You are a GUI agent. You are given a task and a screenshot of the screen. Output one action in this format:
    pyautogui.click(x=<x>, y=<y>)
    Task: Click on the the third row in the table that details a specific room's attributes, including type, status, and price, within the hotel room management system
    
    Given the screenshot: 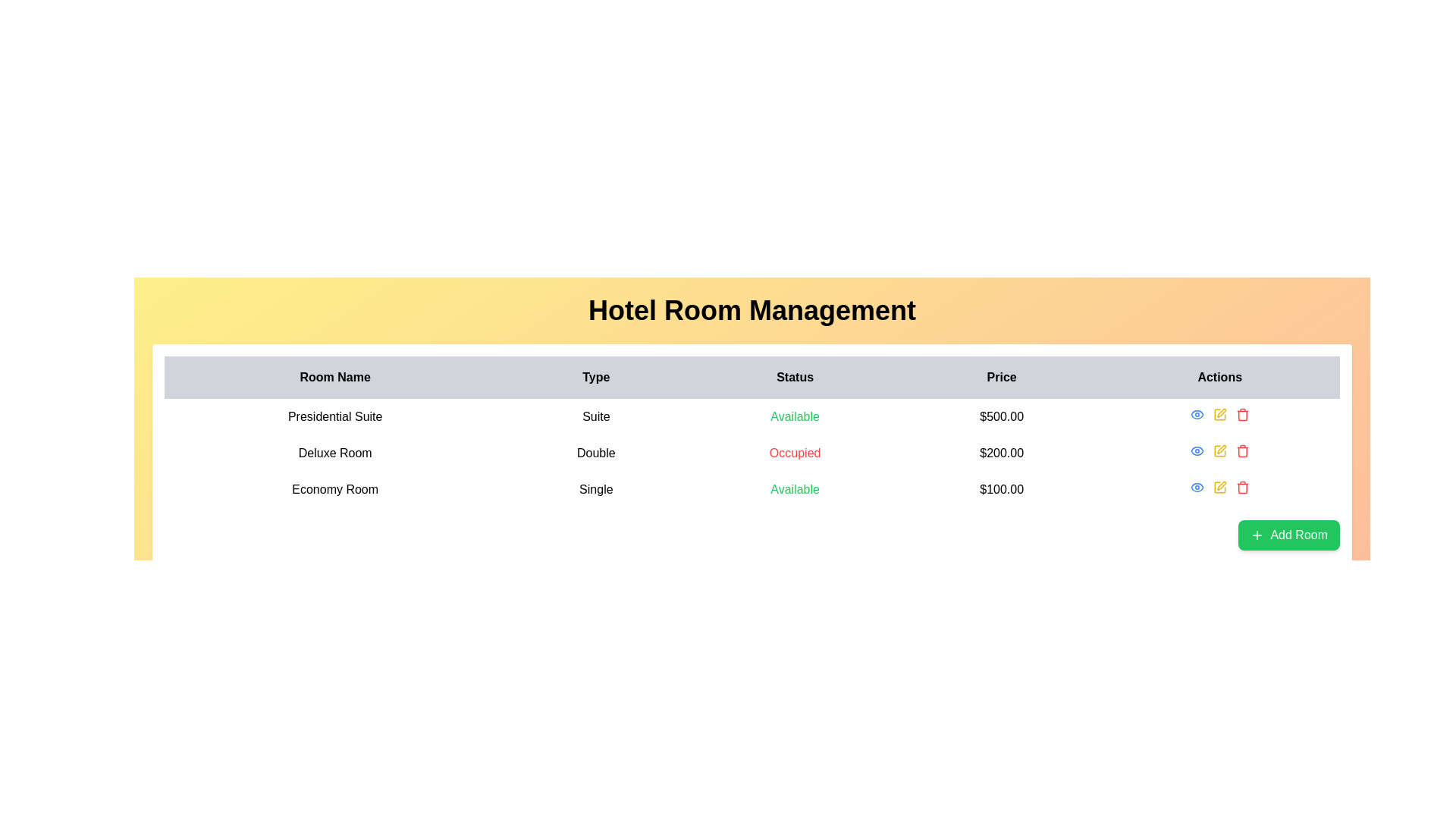 What is the action you would take?
    pyautogui.click(x=752, y=489)
    